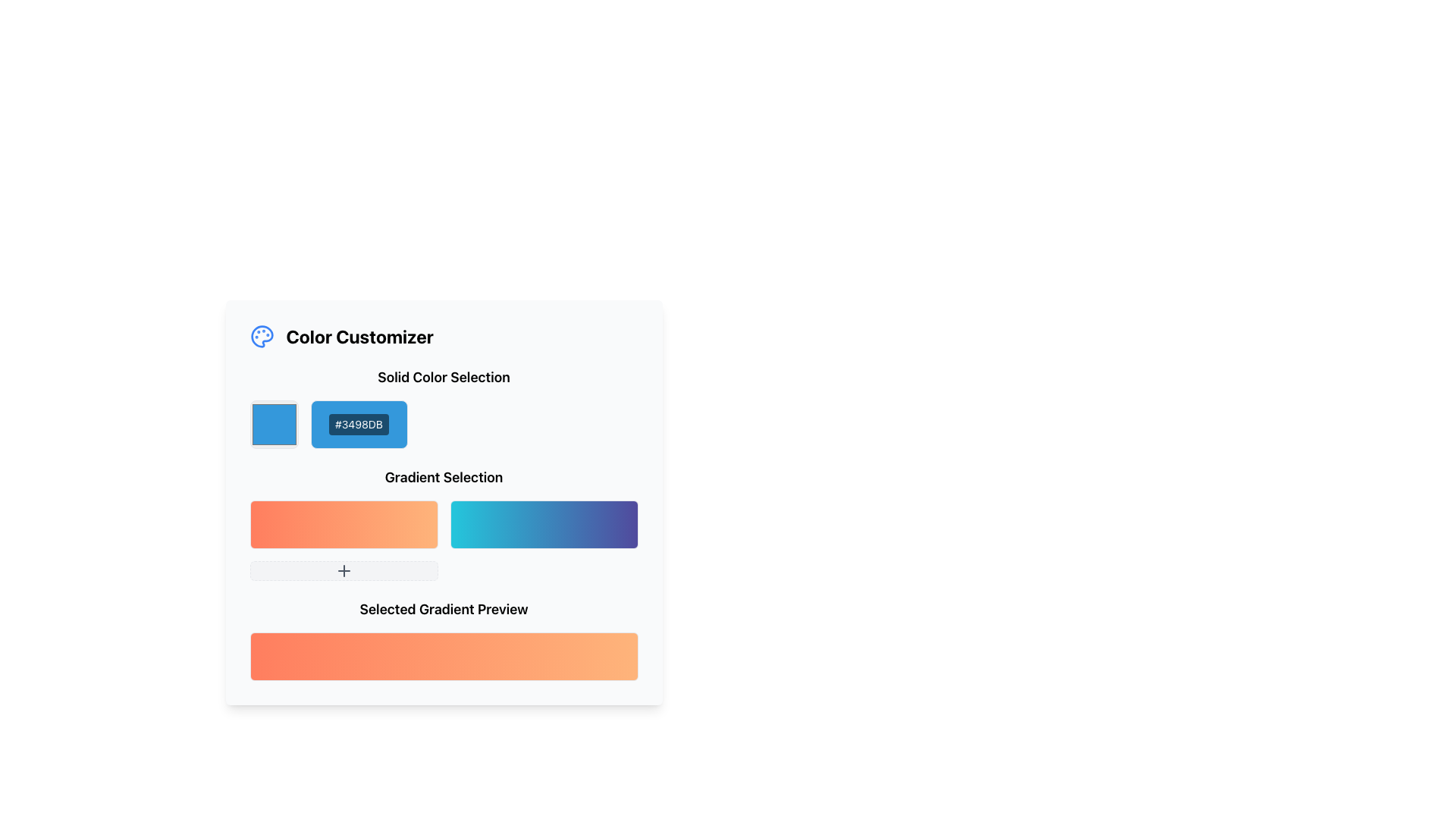 The width and height of the screenshot is (1456, 819). What do you see at coordinates (274, 424) in the screenshot?
I see `the light blue square-shaped color picker box with a white border` at bounding box center [274, 424].